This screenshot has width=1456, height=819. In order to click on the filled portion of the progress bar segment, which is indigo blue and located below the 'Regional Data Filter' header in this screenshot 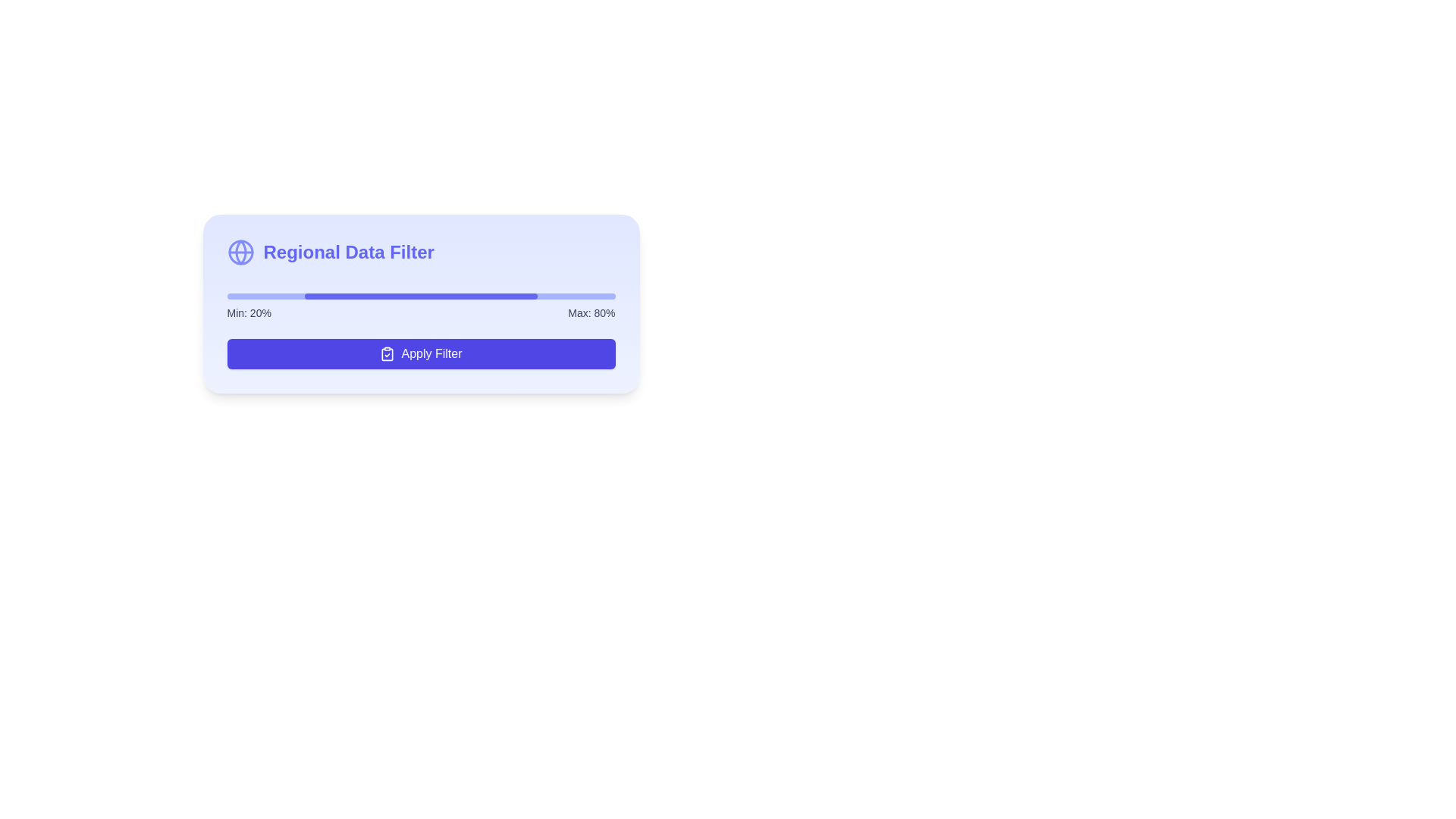, I will do `click(421, 296)`.